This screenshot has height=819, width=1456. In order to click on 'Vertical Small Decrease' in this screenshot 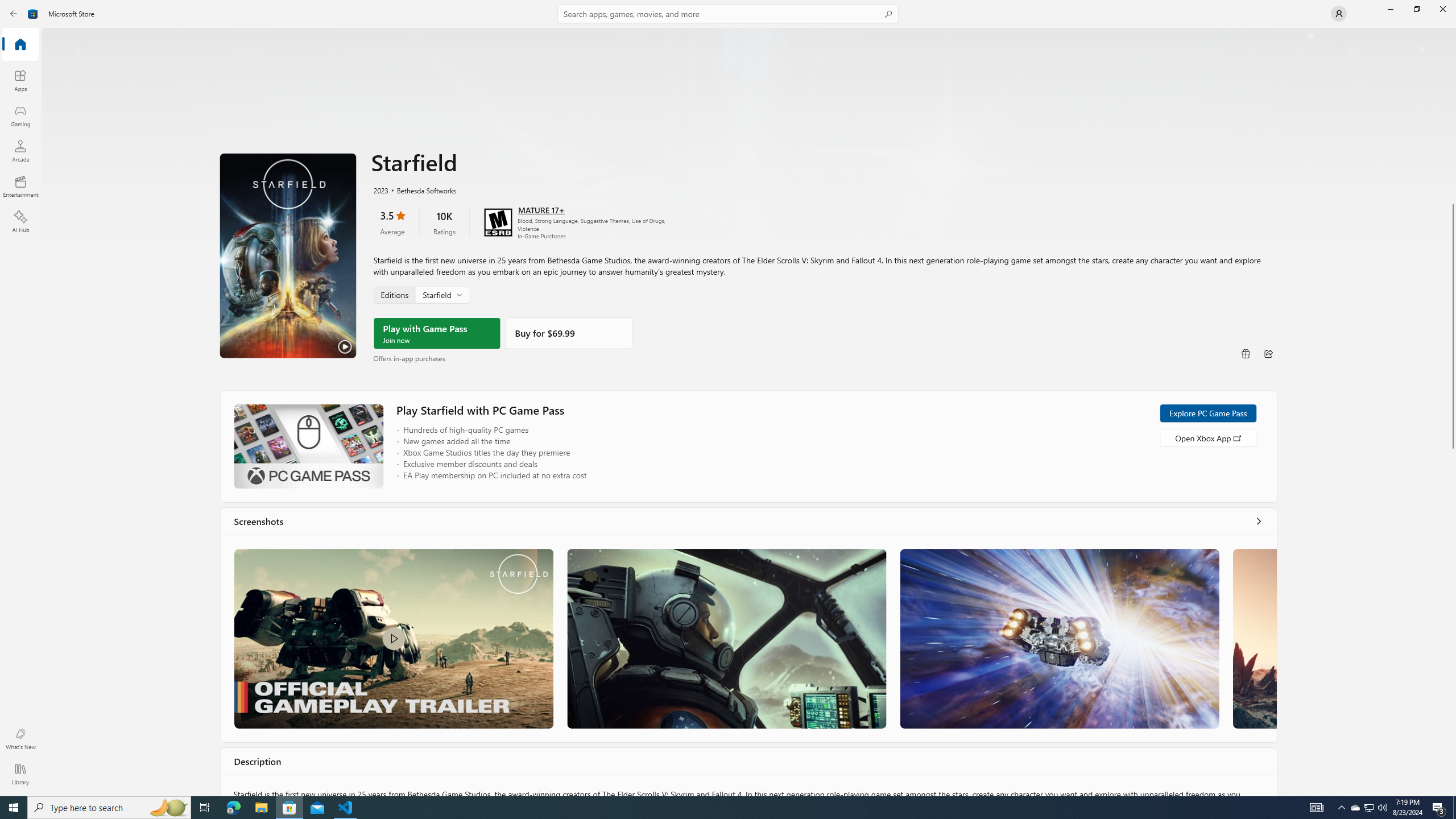, I will do `click(1451, 31)`.